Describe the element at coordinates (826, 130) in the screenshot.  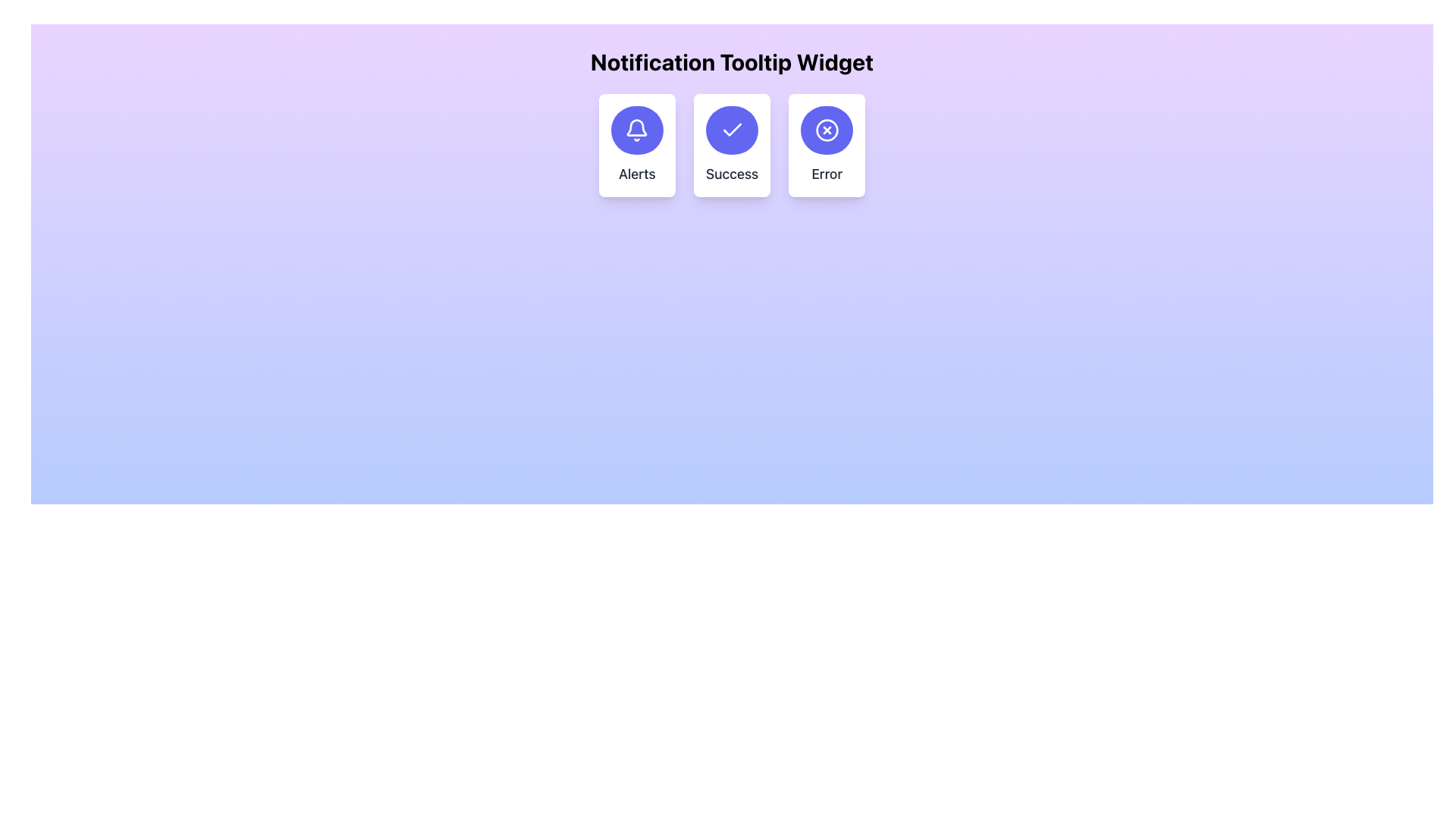
I see `circular icon button representing an 'error' state, located at the center of the rightmost card labeled 'Error'` at that location.